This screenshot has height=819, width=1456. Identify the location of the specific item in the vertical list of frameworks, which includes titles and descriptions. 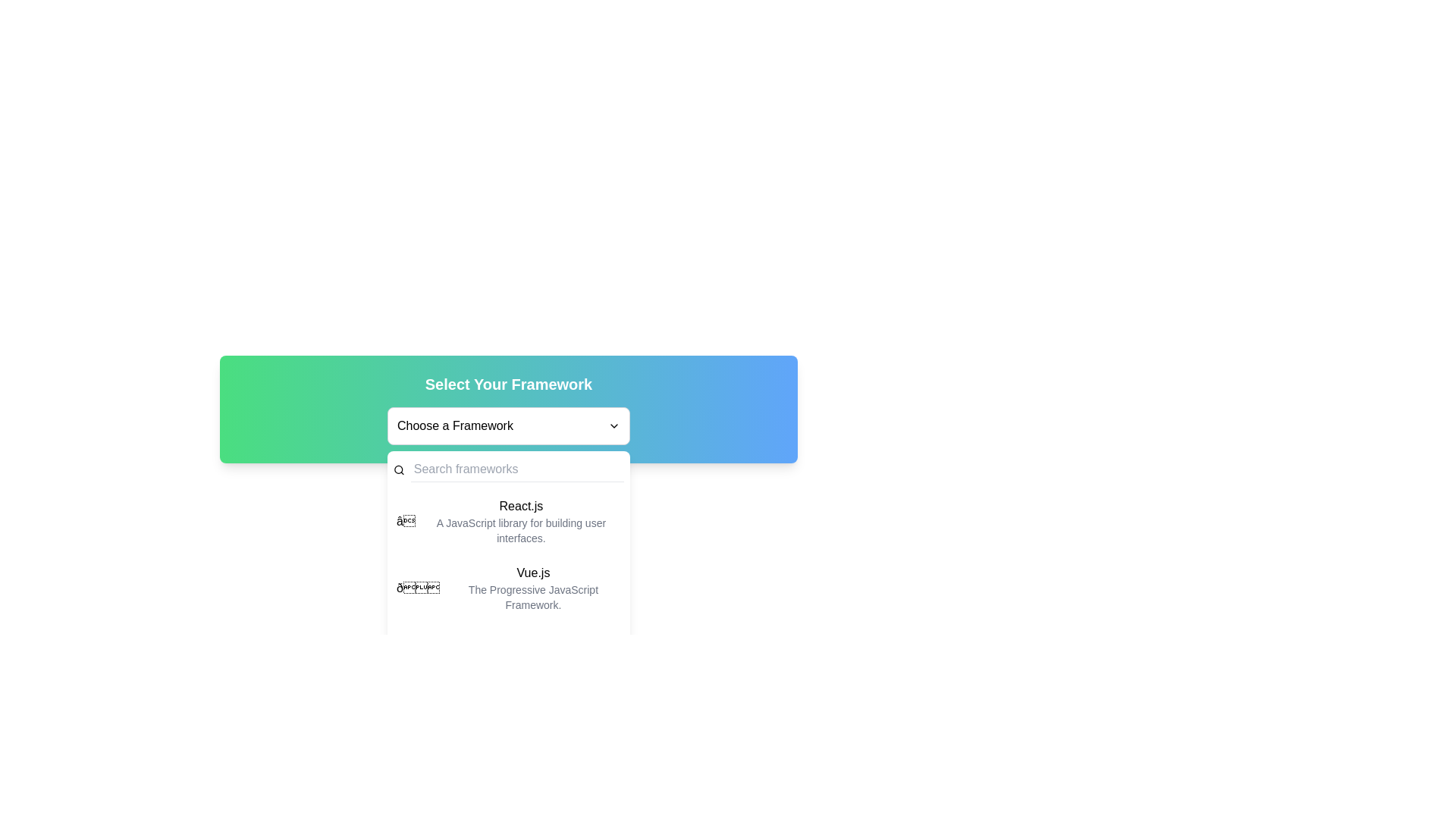
(509, 605).